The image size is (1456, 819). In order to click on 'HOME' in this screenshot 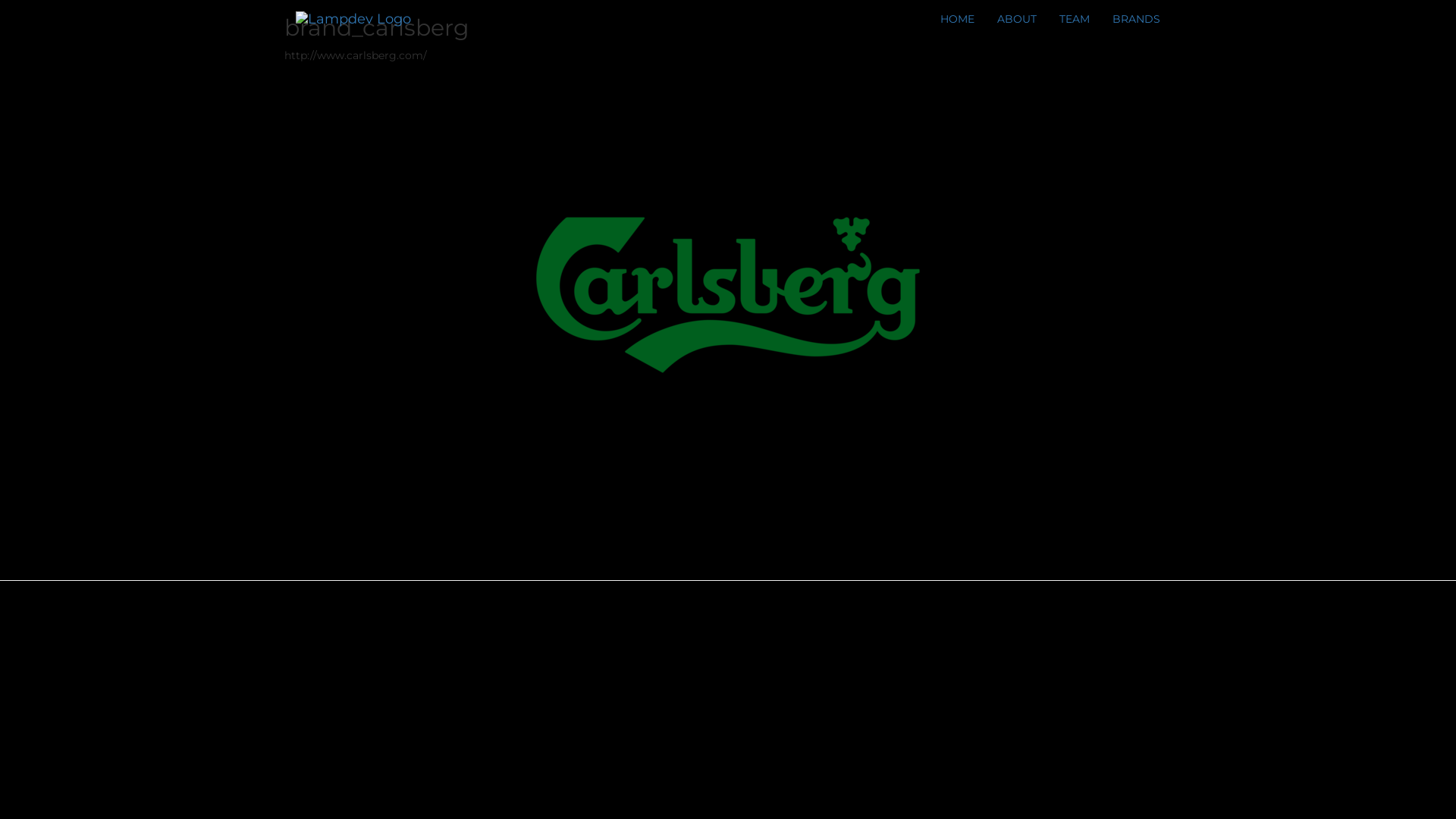, I will do `click(927, 18)`.